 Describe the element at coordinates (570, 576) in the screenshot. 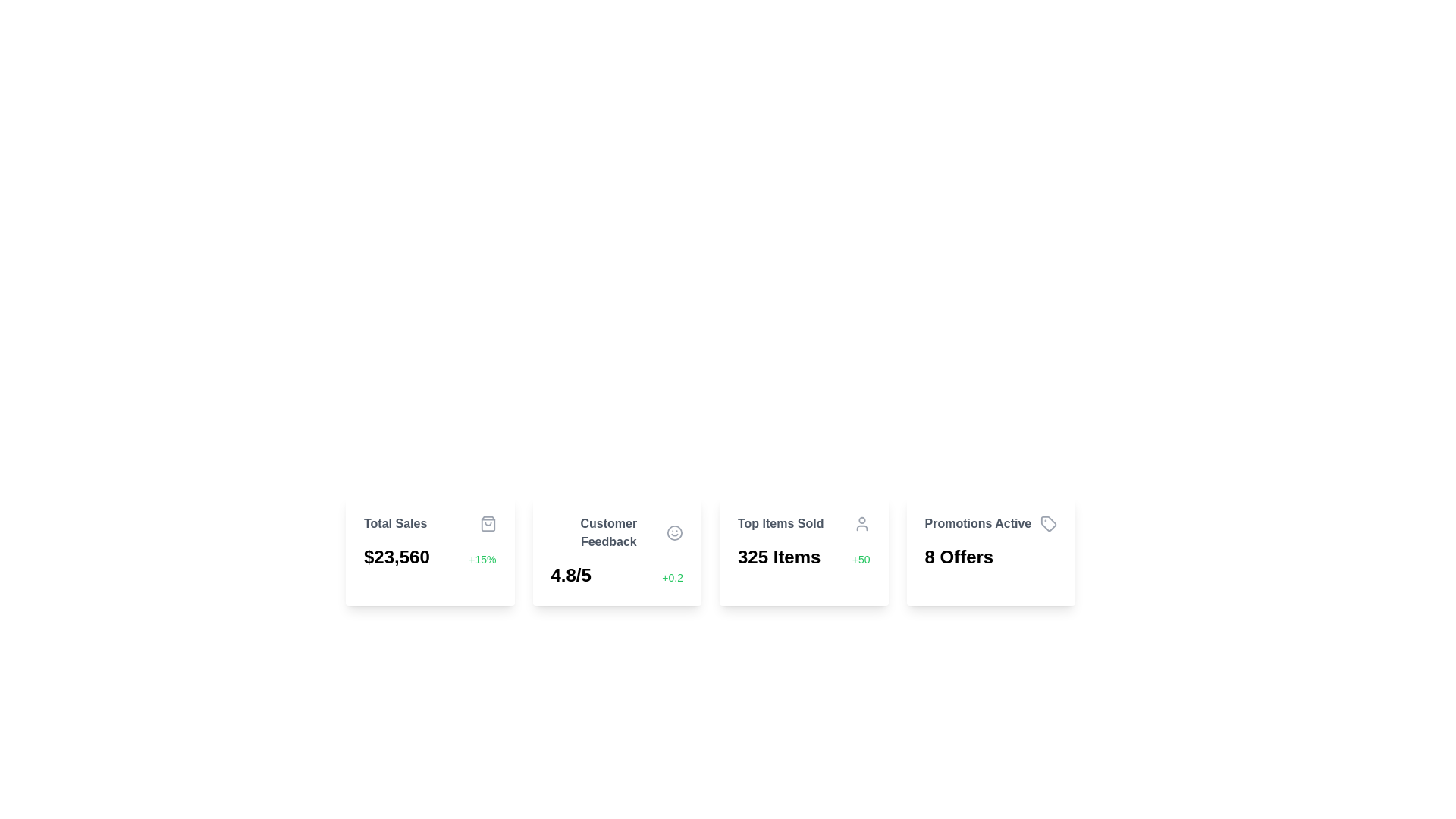

I see `the static text display representing customer feedback score located within the 'Customer Feedback' card, which is the leftmost element beneath the card's title and icon` at that location.